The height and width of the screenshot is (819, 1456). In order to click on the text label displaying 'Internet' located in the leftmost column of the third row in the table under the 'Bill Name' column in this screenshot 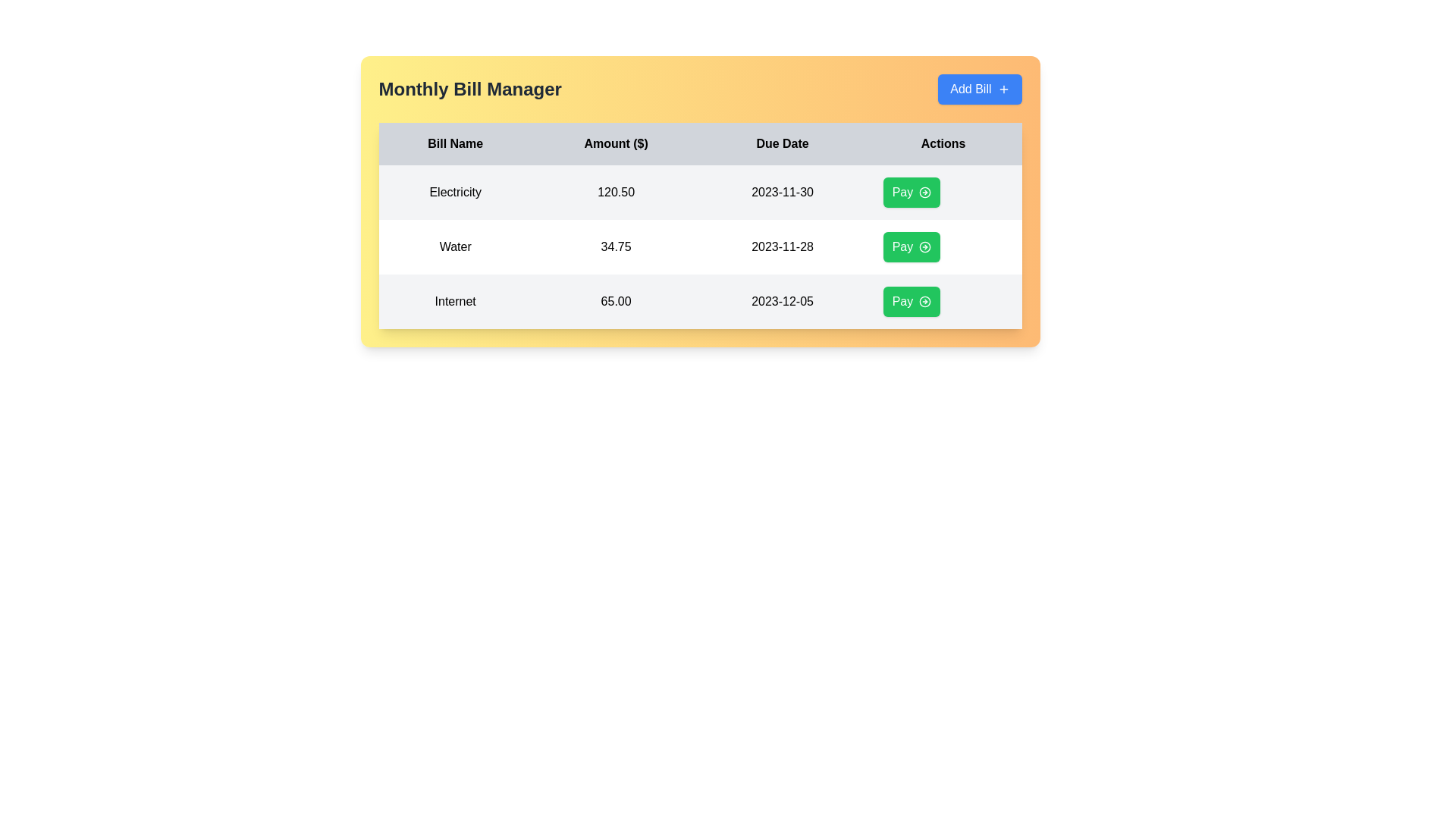, I will do `click(454, 301)`.